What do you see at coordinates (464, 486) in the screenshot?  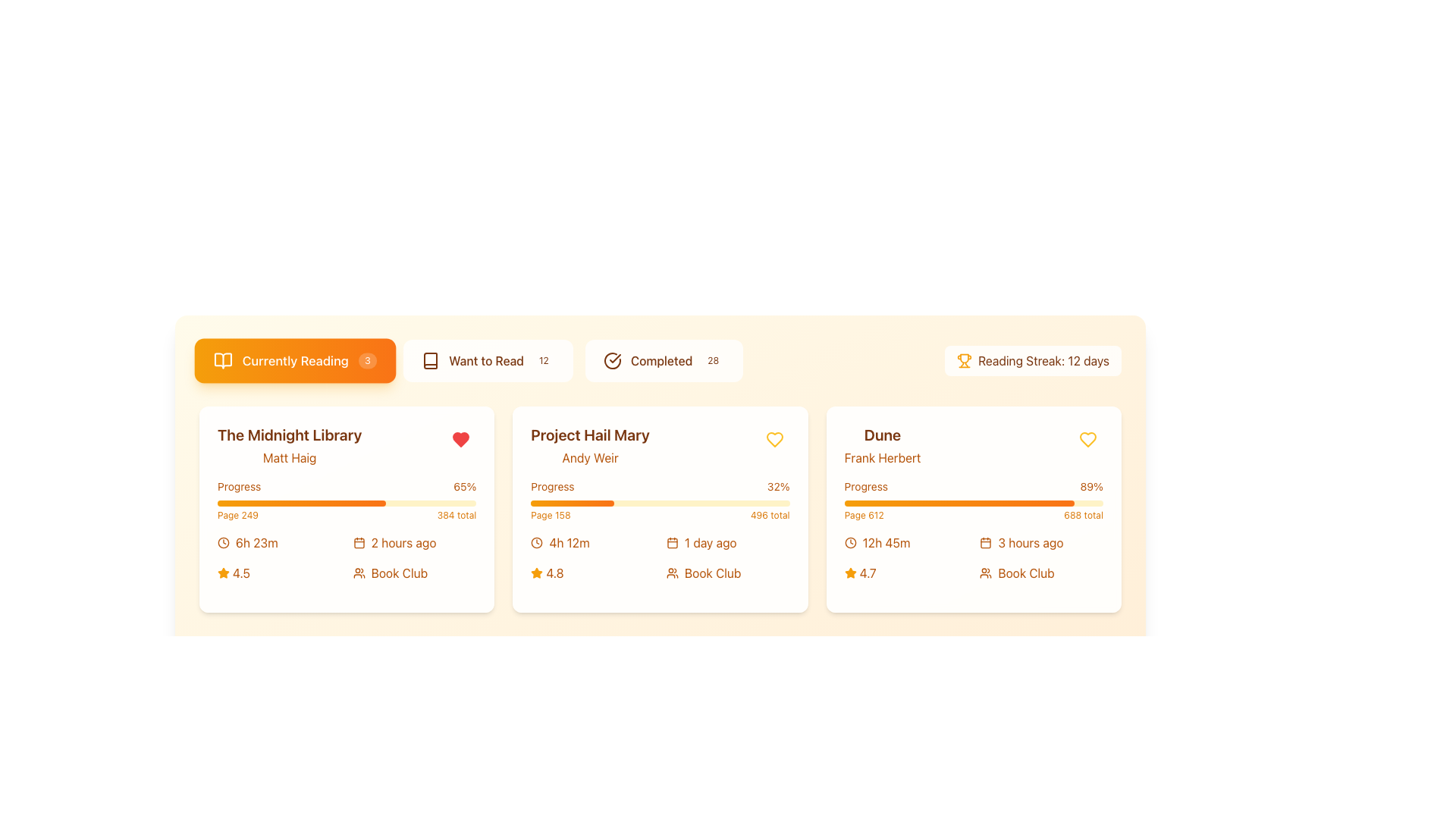 I see `the static text label that displays the completion percentage for 'The Midnight Library' book's progress, positioned to the right of the 'Progress' label and above the progress bar` at bounding box center [464, 486].